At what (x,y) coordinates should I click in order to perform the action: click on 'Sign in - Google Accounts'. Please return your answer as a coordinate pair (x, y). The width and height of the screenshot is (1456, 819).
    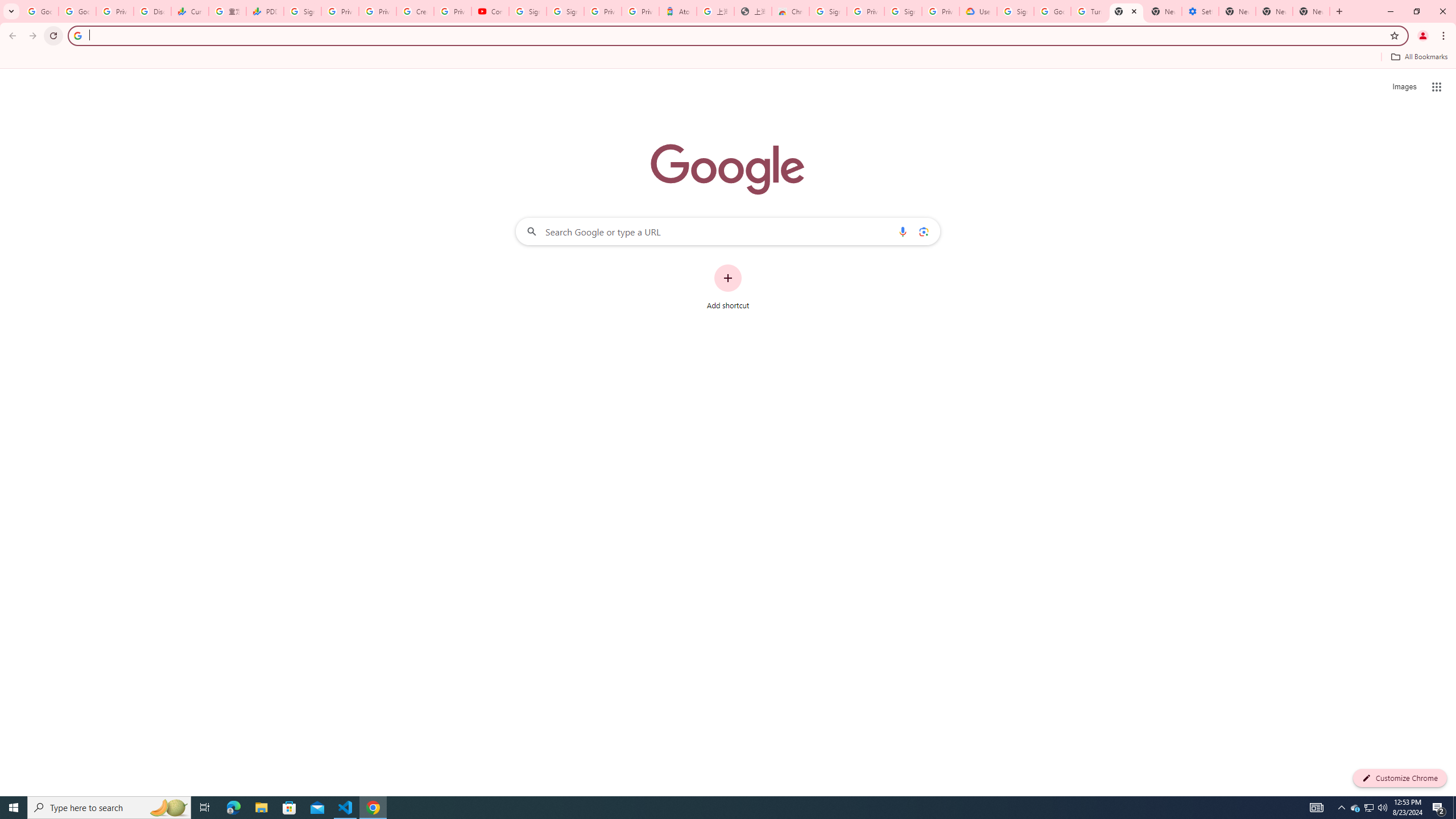
    Looking at the image, I should click on (565, 11).